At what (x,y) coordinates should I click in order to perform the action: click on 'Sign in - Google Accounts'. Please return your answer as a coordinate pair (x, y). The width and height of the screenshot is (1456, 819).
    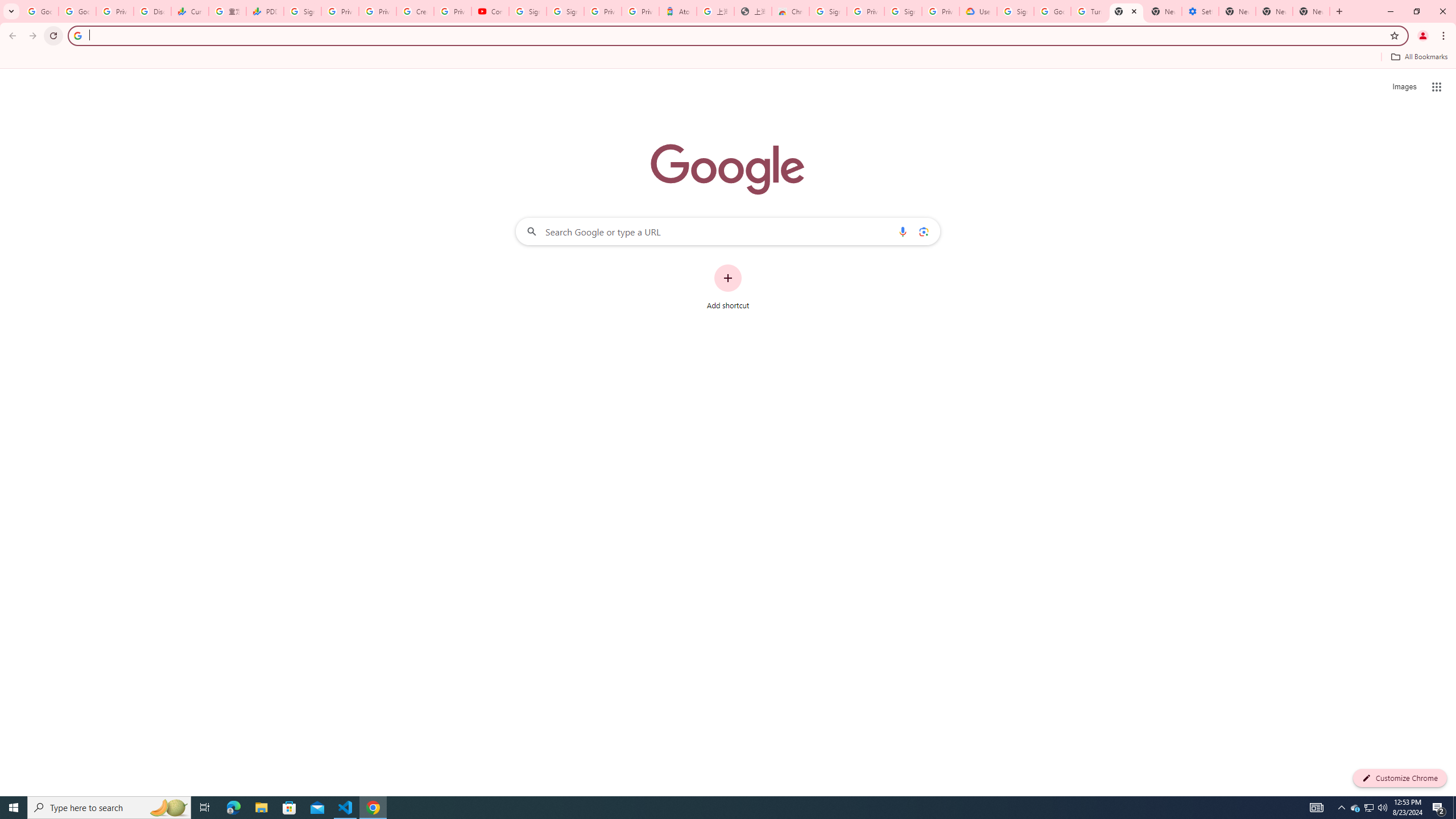
    Looking at the image, I should click on (565, 11).